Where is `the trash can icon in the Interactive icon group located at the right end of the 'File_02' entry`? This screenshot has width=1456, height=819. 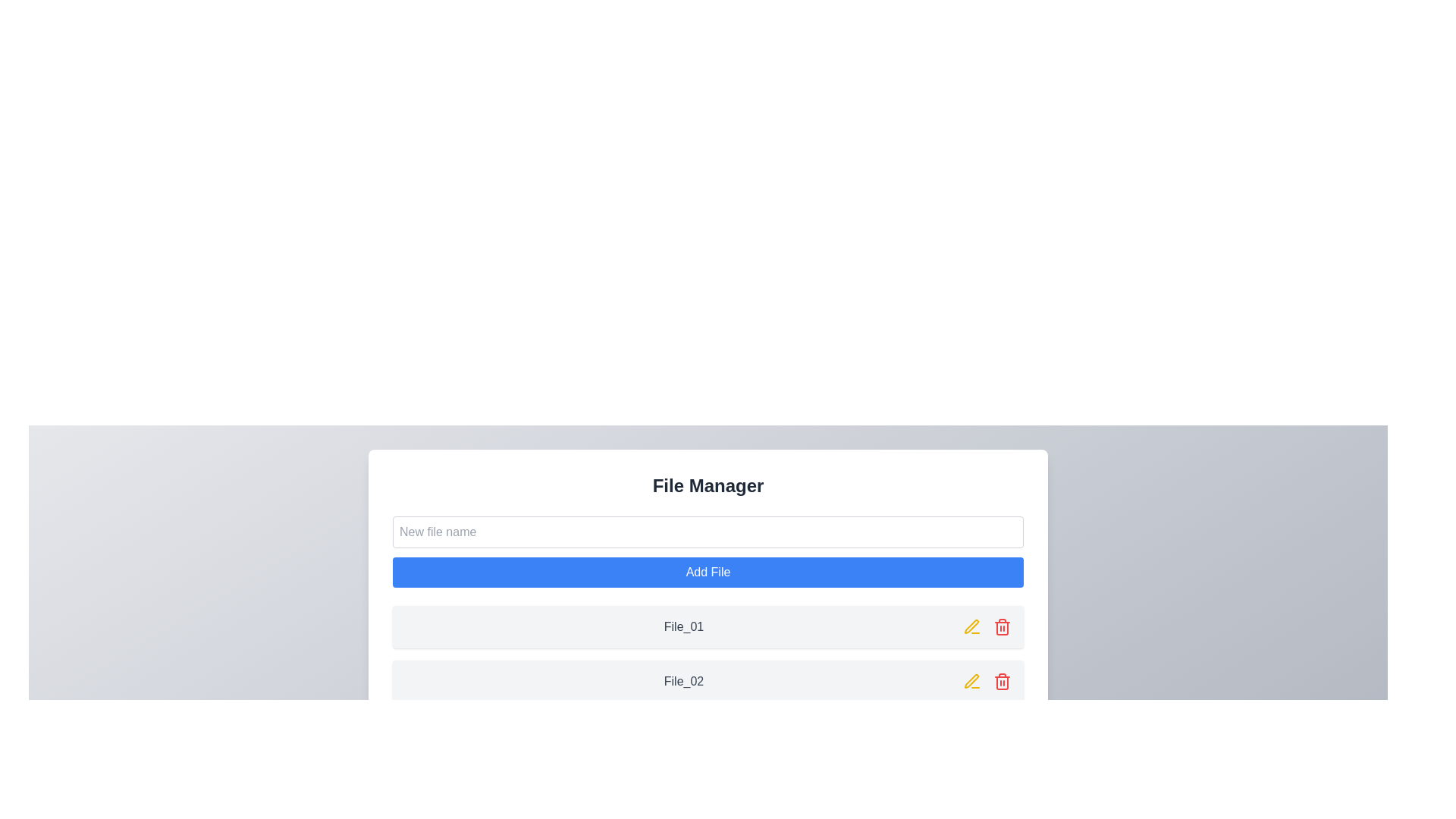 the trash can icon in the Interactive icon group located at the right end of the 'File_02' entry is located at coordinates (987, 680).